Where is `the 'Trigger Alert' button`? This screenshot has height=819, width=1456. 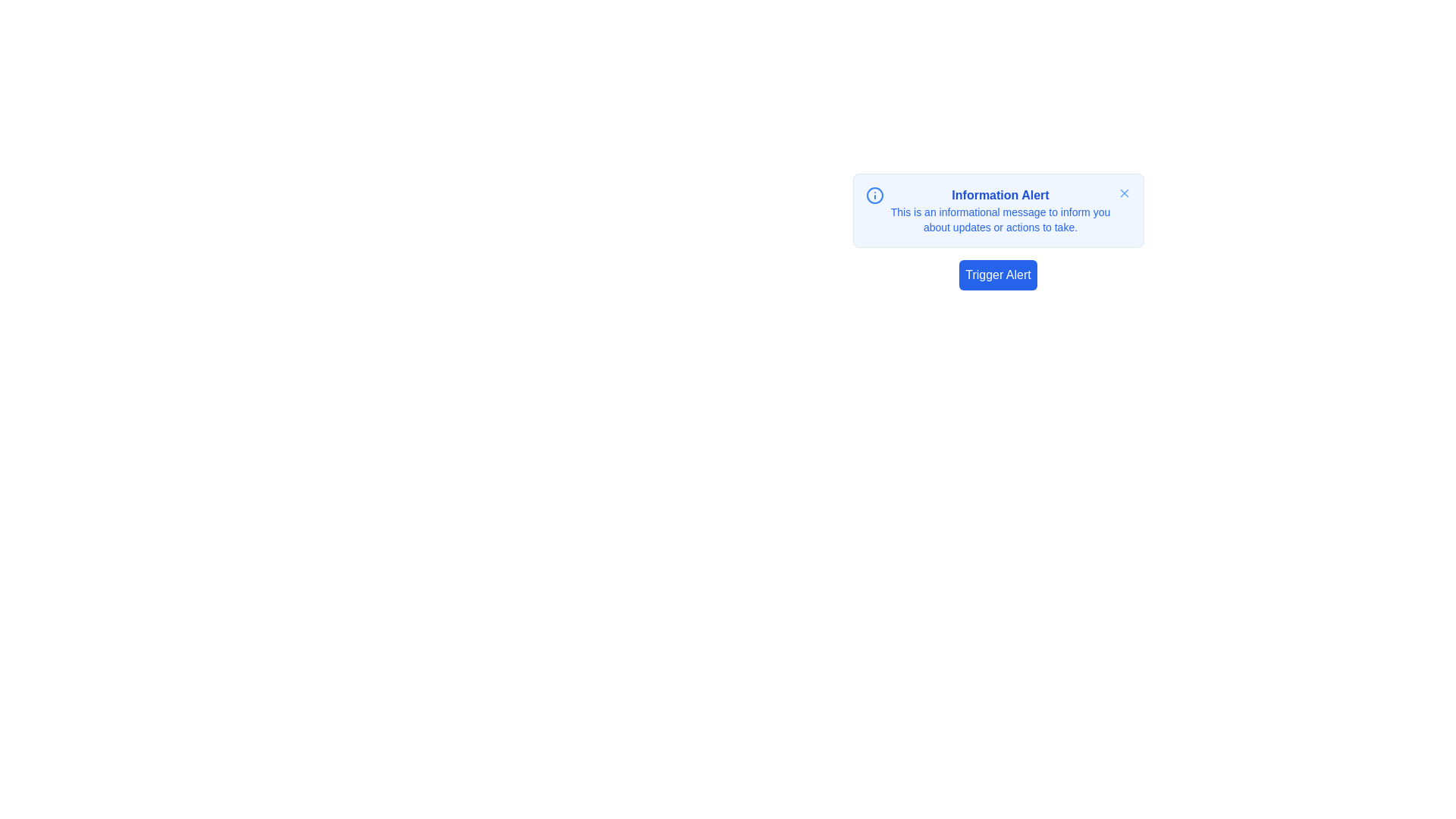 the 'Trigger Alert' button is located at coordinates (998, 275).